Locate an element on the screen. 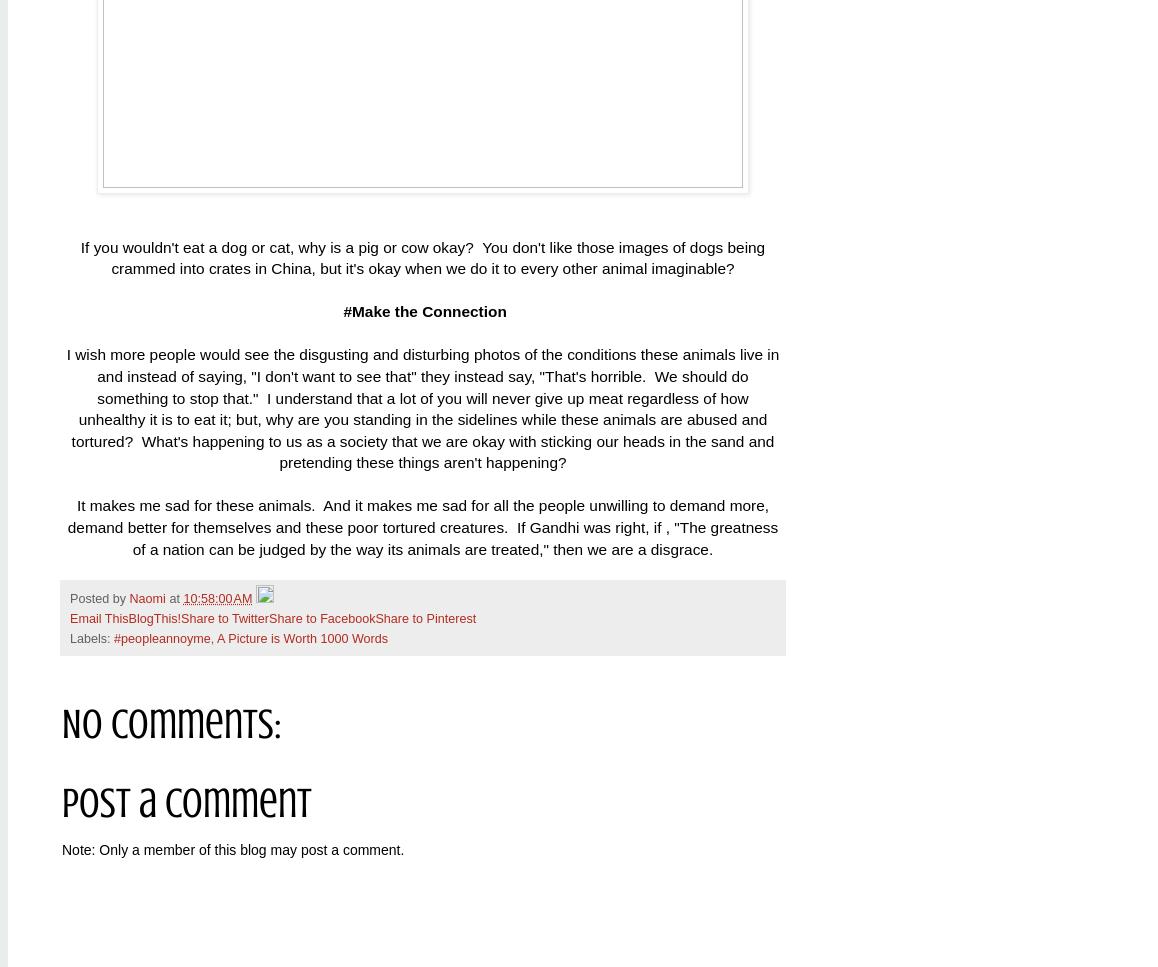  'It makes me sad for these animals.  And it makes me sad for all the people unwilling to demand more, demand better for themselves and these poor tortured creatures.  If Gandhi was right, if , "The greatness of a nation can be judged by the way its animals are treated," then we are a disgrace.' is located at coordinates (67, 527).